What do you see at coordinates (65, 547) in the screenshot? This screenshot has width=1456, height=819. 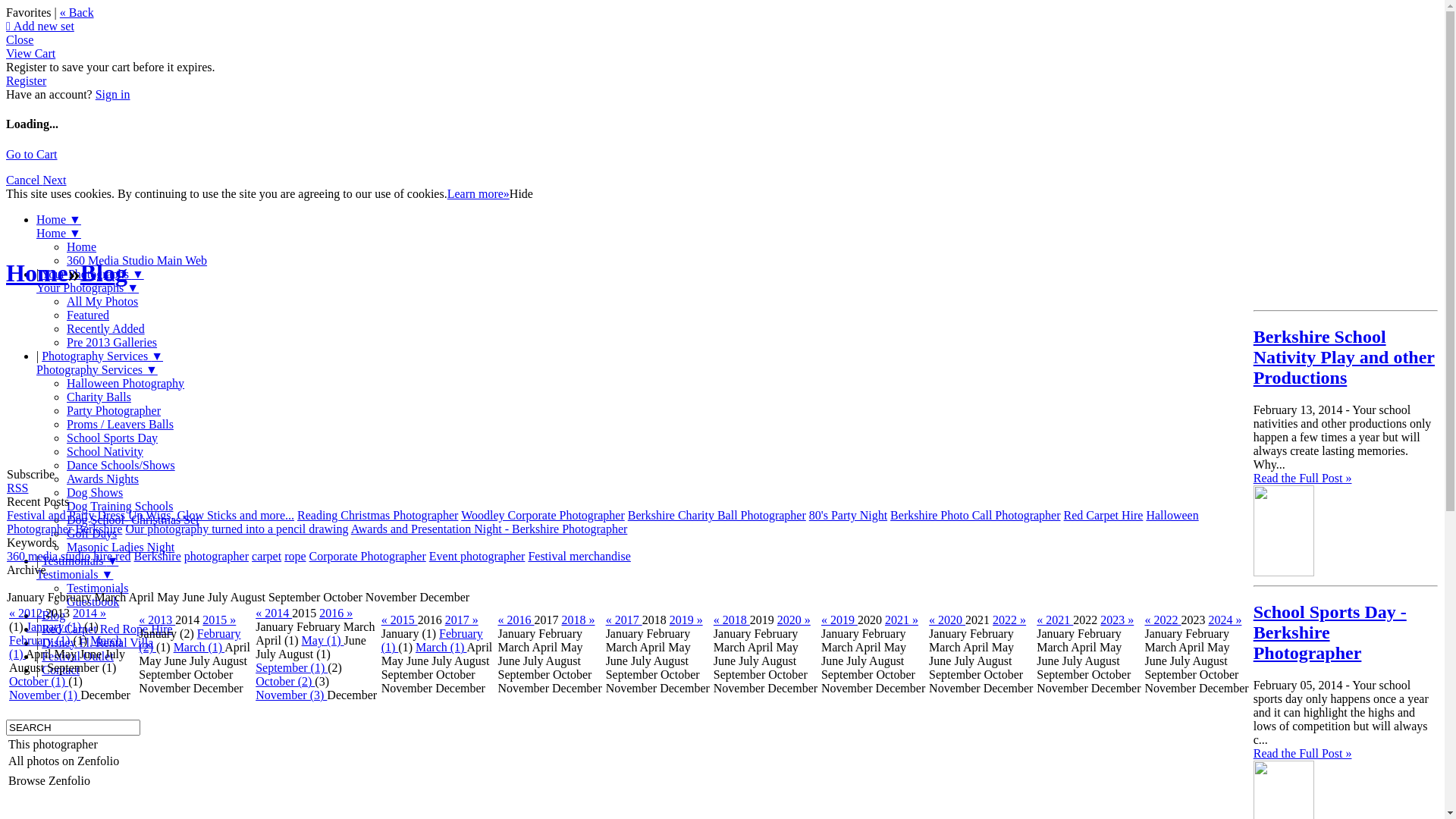 I see `'Masonic Ladies Night'` at bounding box center [65, 547].